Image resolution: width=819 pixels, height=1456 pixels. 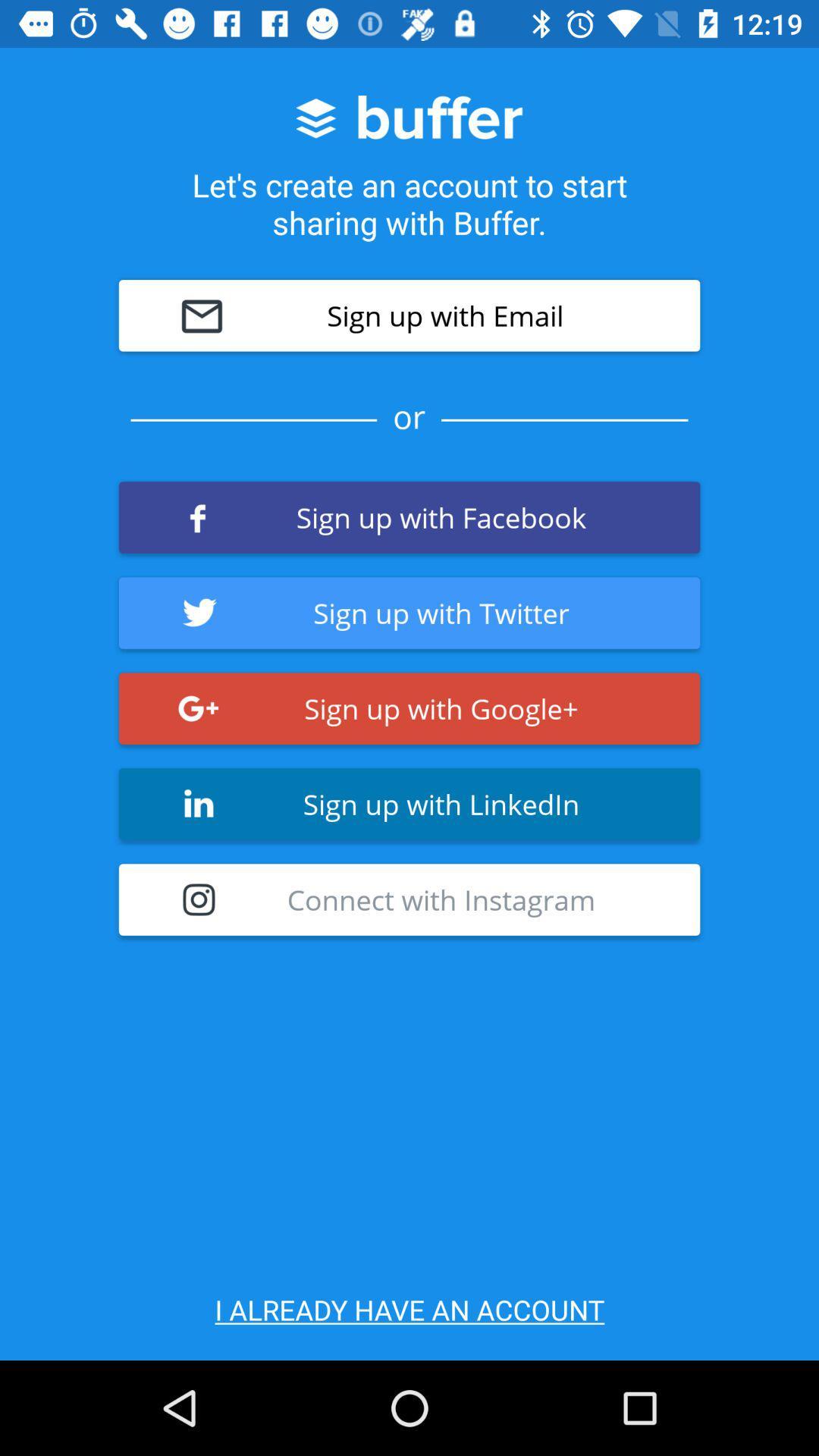 What do you see at coordinates (409, 899) in the screenshot?
I see `the item above the i already have item` at bounding box center [409, 899].